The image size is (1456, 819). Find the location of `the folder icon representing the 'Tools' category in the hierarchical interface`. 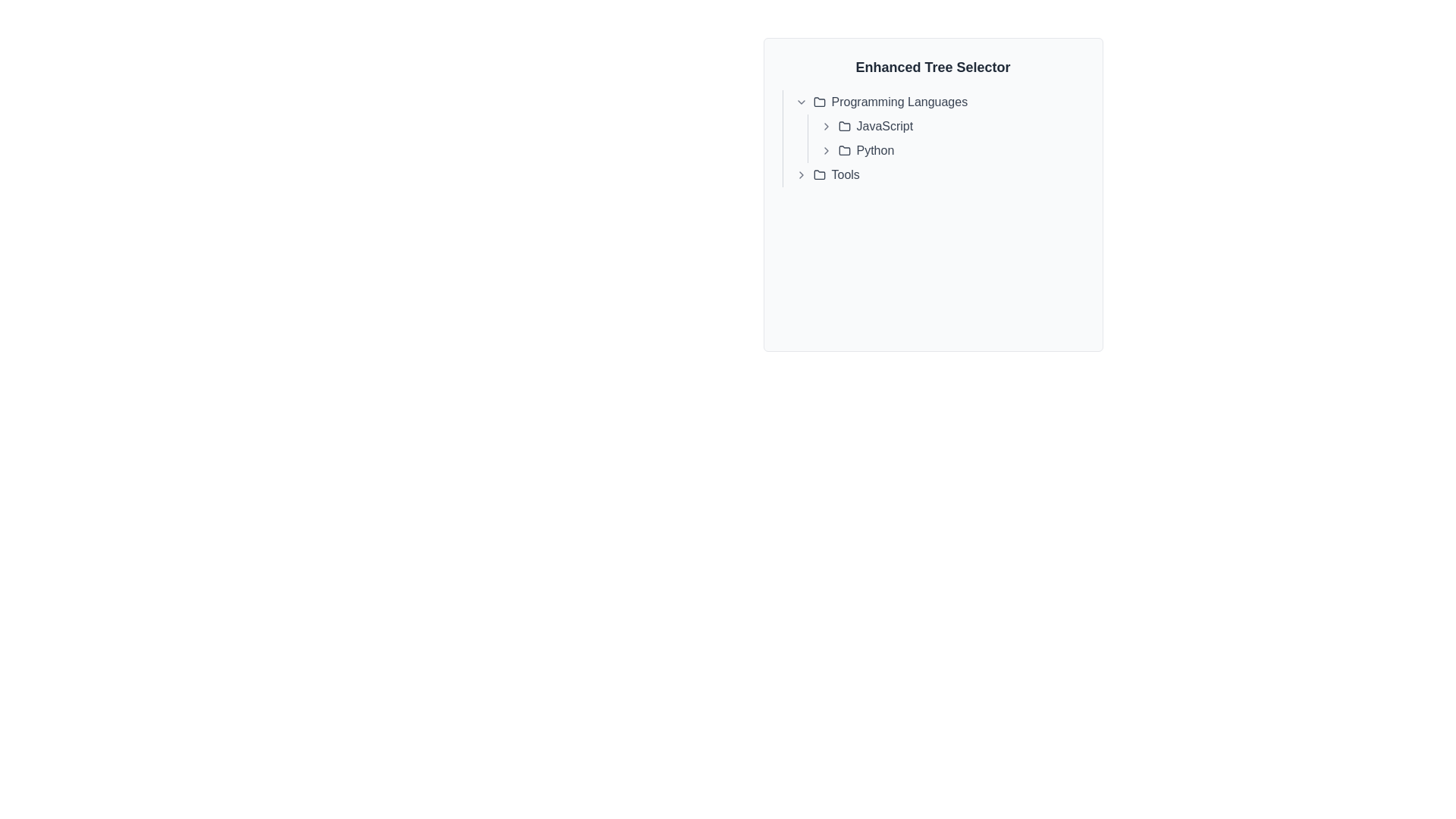

the folder icon representing the 'Tools' category in the hierarchical interface is located at coordinates (818, 174).